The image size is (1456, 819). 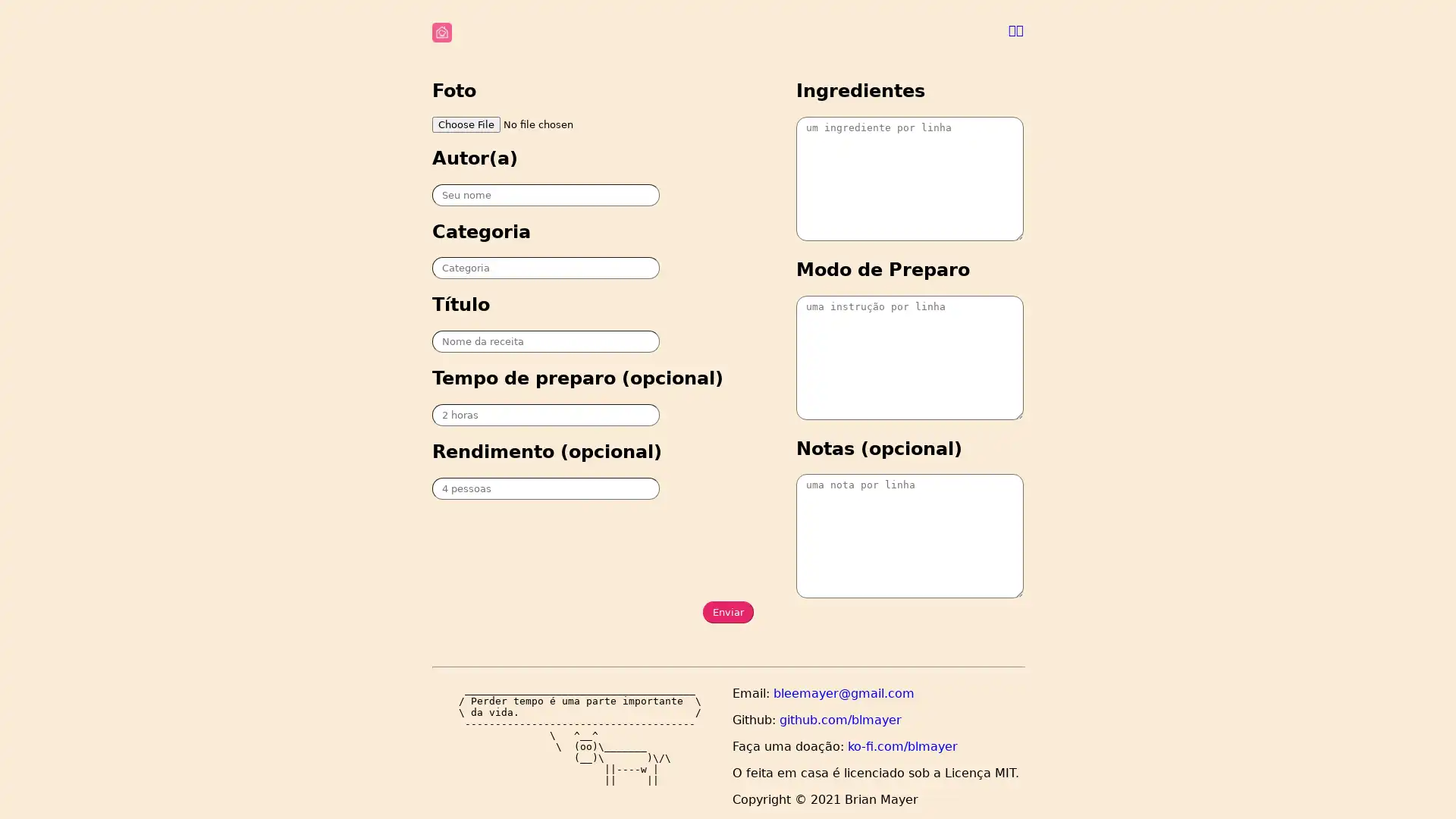 What do you see at coordinates (726, 611) in the screenshot?
I see `Enviar` at bounding box center [726, 611].